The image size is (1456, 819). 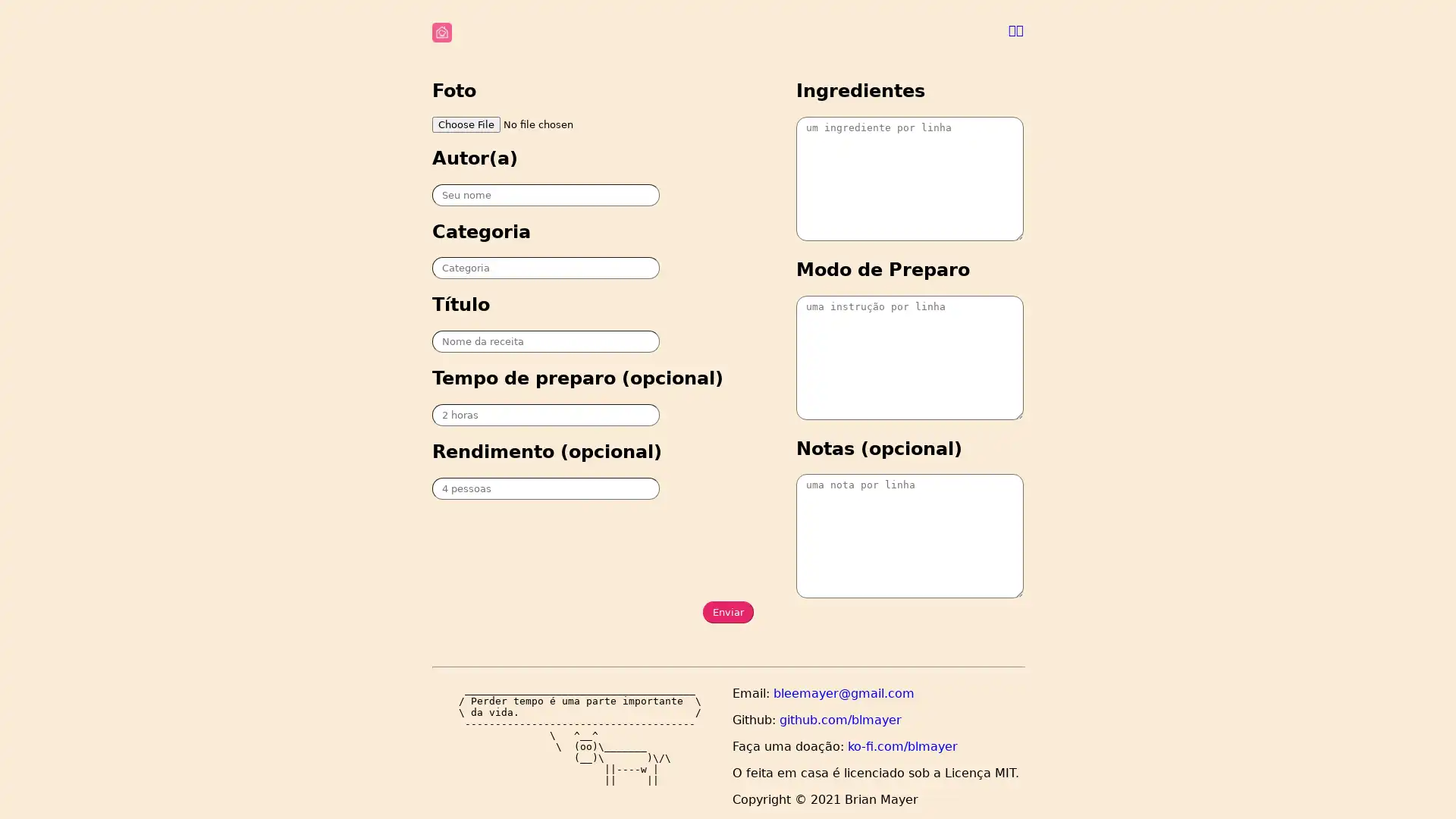 What do you see at coordinates (726, 611) in the screenshot?
I see `Enviar` at bounding box center [726, 611].